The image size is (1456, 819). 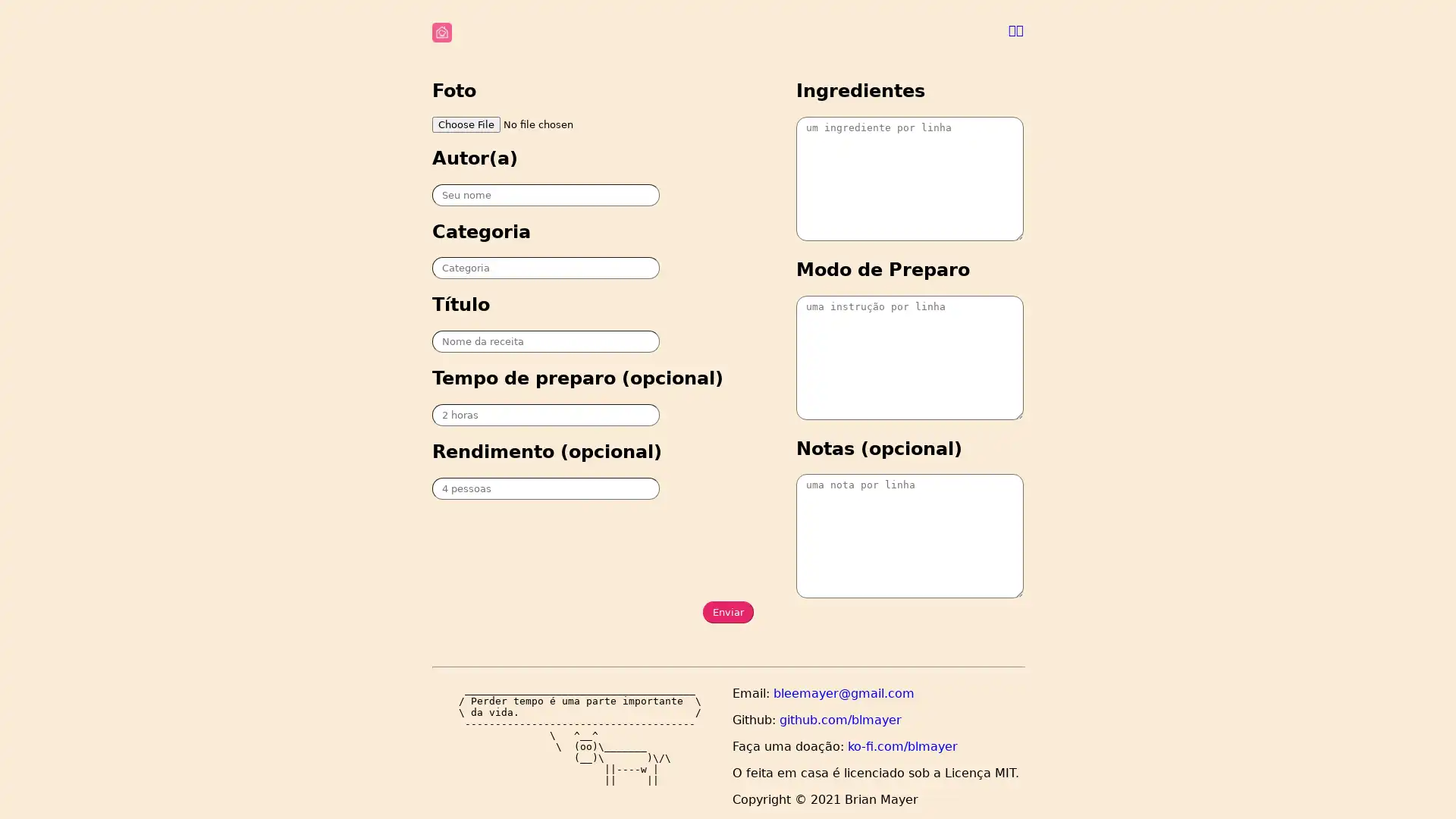 What do you see at coordinates (726, 611) in the screenshot?
I see `Enviar` at bounding box center [726, 611].